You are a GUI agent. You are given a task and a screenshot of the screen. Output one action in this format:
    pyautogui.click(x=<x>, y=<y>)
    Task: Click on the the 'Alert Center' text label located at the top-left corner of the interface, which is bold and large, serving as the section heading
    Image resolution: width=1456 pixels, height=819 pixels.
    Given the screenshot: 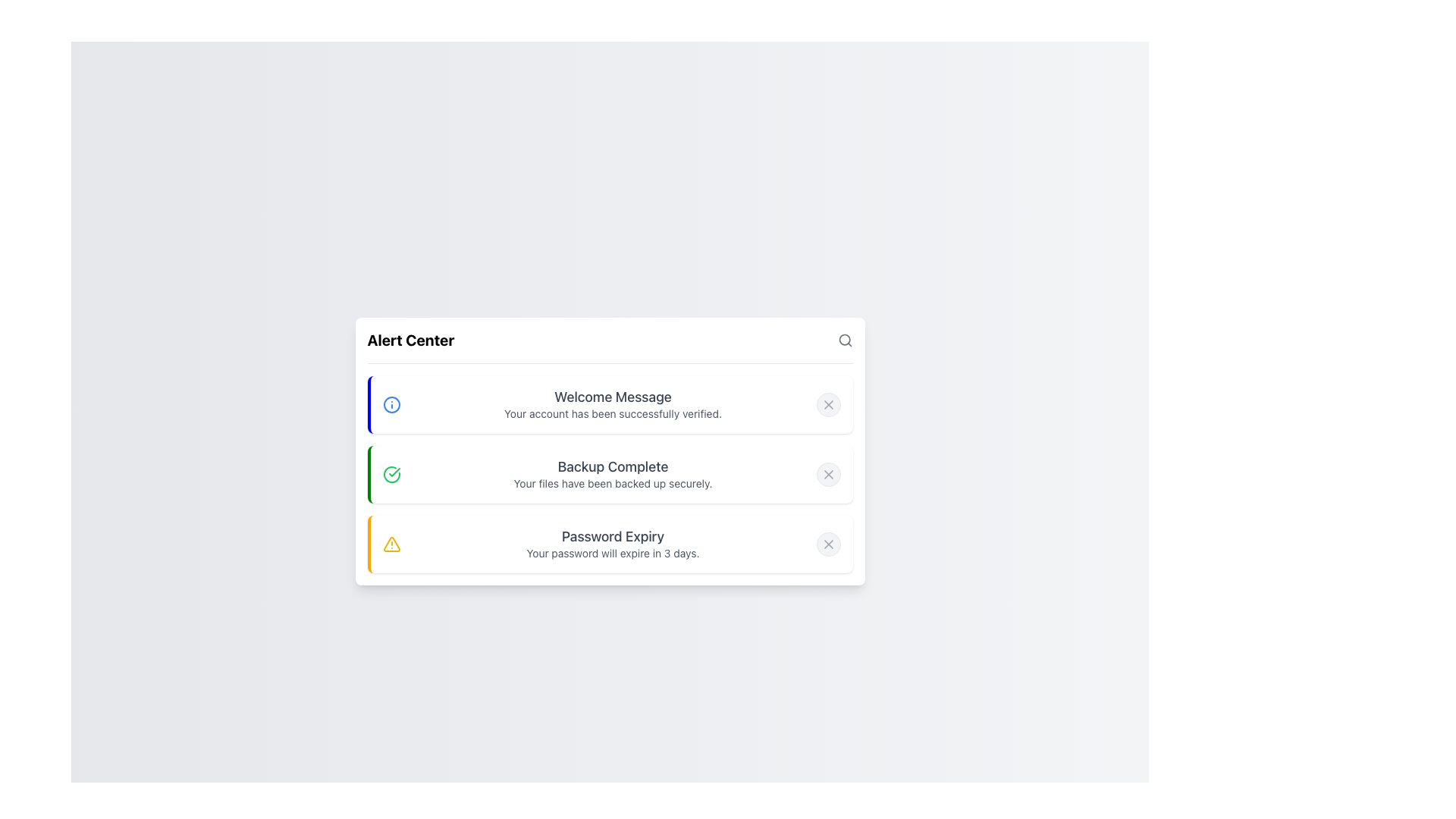 What is the action you would take?
    pyautogui.click(x=411, y=339)
    